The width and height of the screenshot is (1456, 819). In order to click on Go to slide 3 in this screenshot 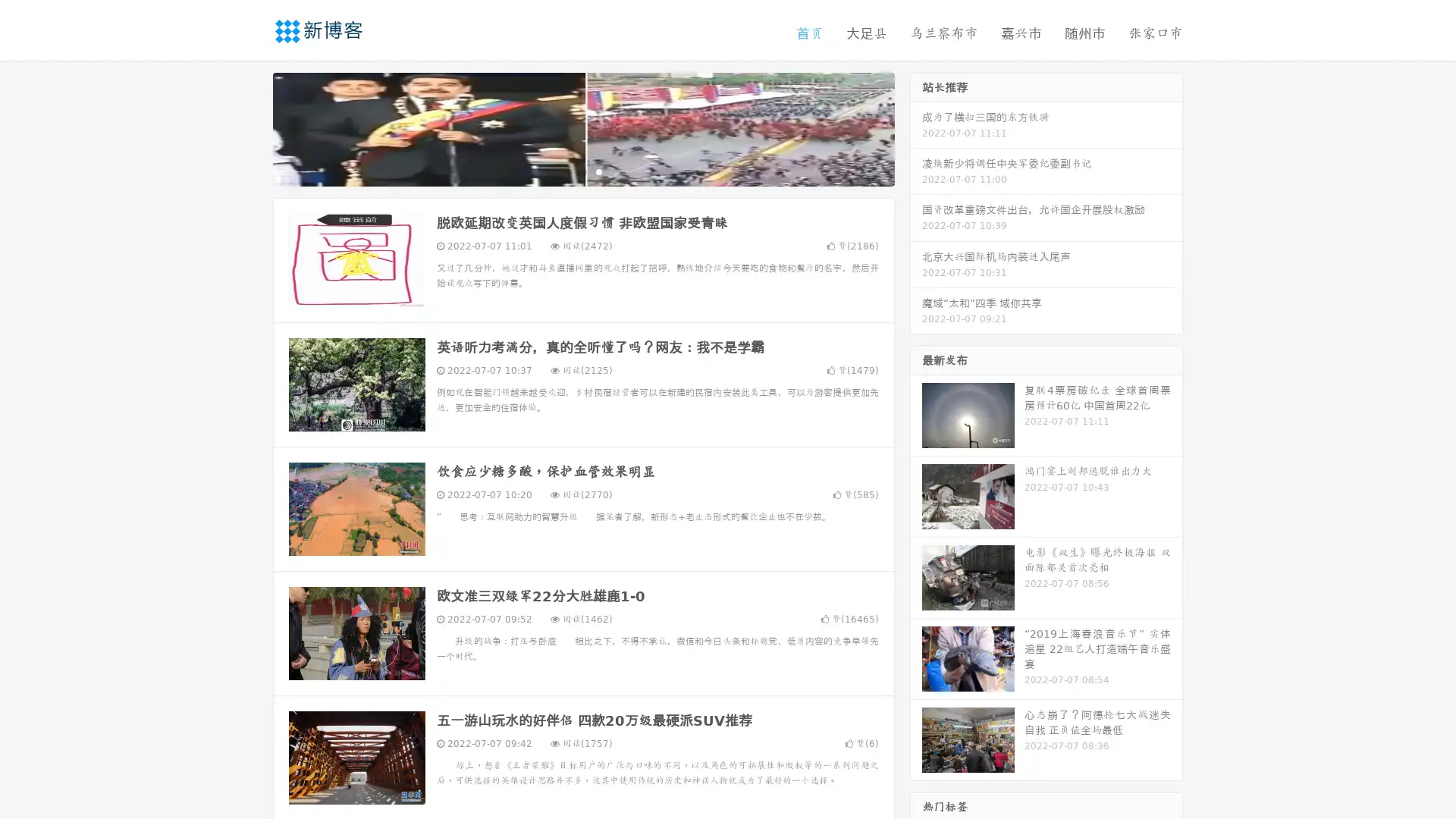, I will do `click(598, 171)`.